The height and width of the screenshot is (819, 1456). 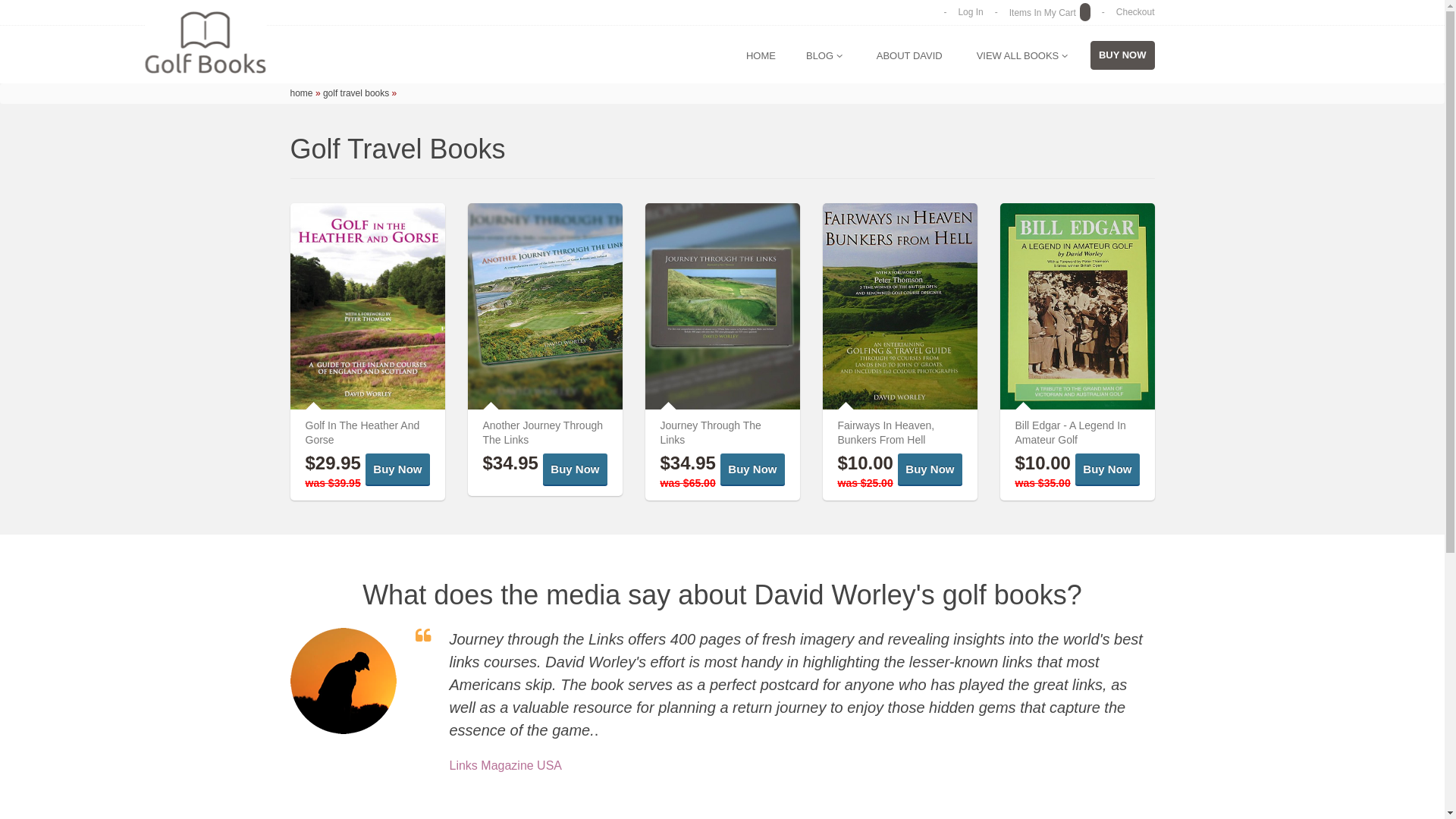 What do you see at coordinates (909, 55) in the screenshot?
I see `'ABOUT DAVID'` at bounding box center [909, 55].